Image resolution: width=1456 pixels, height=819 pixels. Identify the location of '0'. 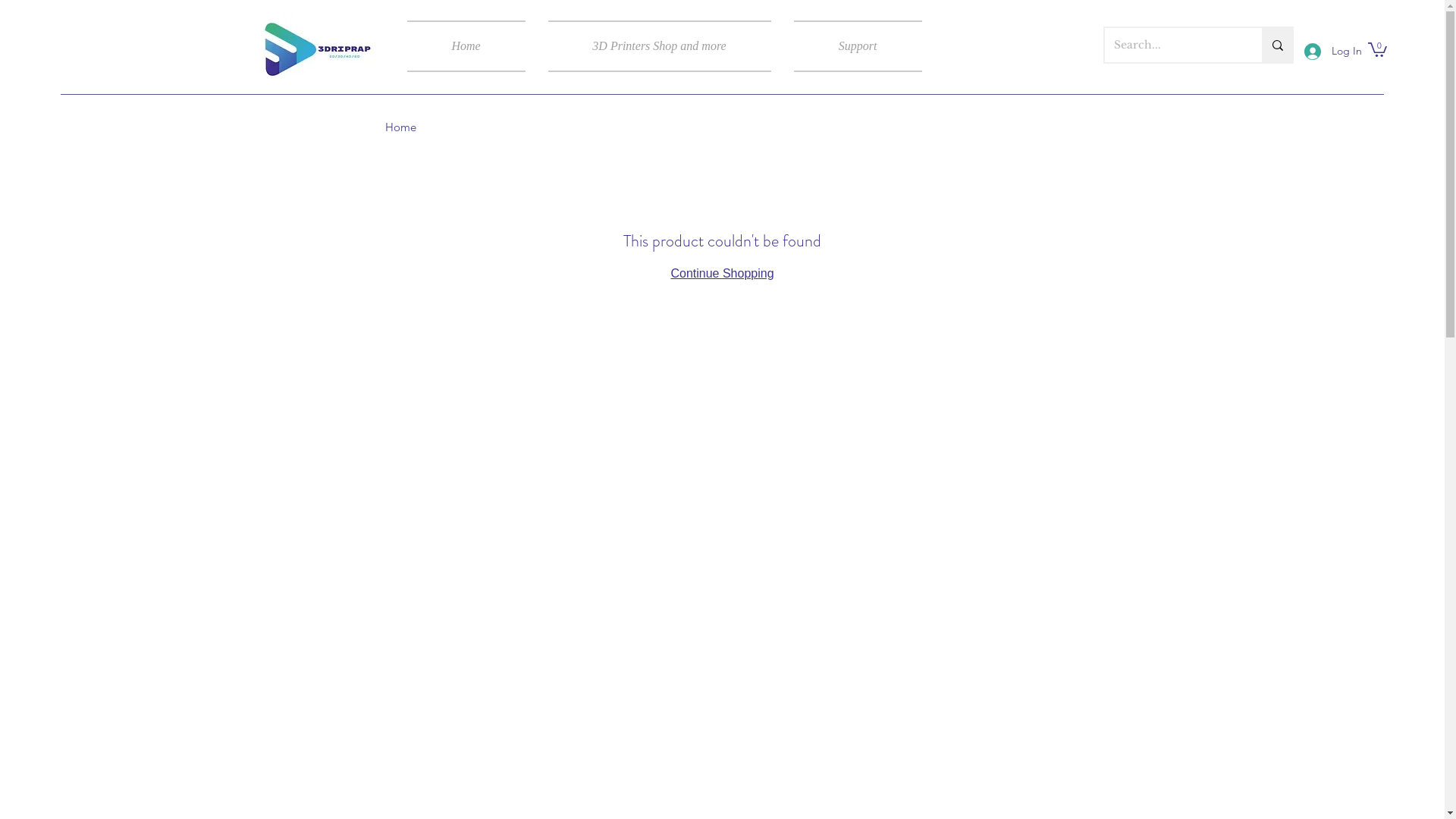
(1377, 48).